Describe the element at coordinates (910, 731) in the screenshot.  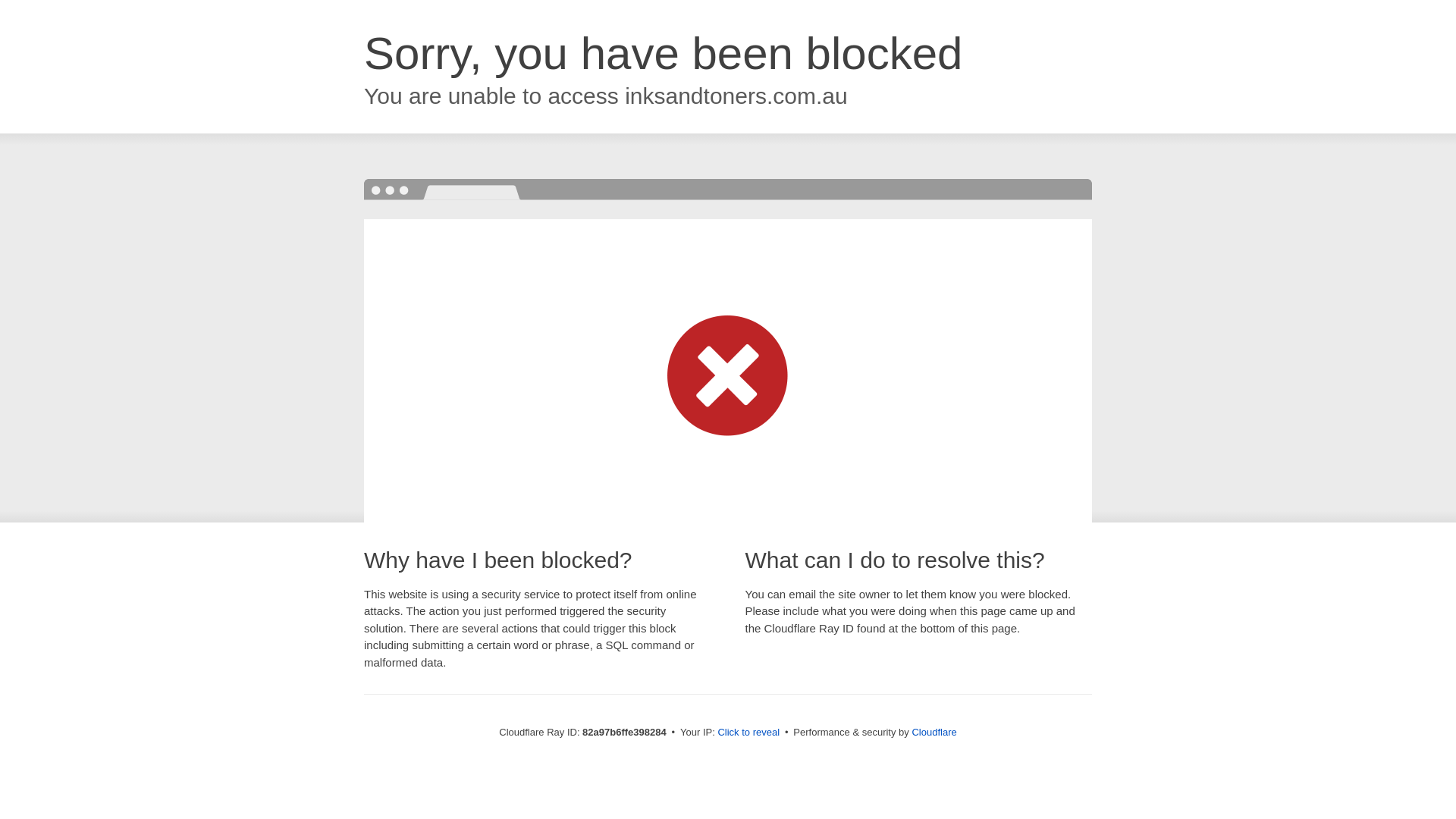
I see `'Cloudflare'` at that location.